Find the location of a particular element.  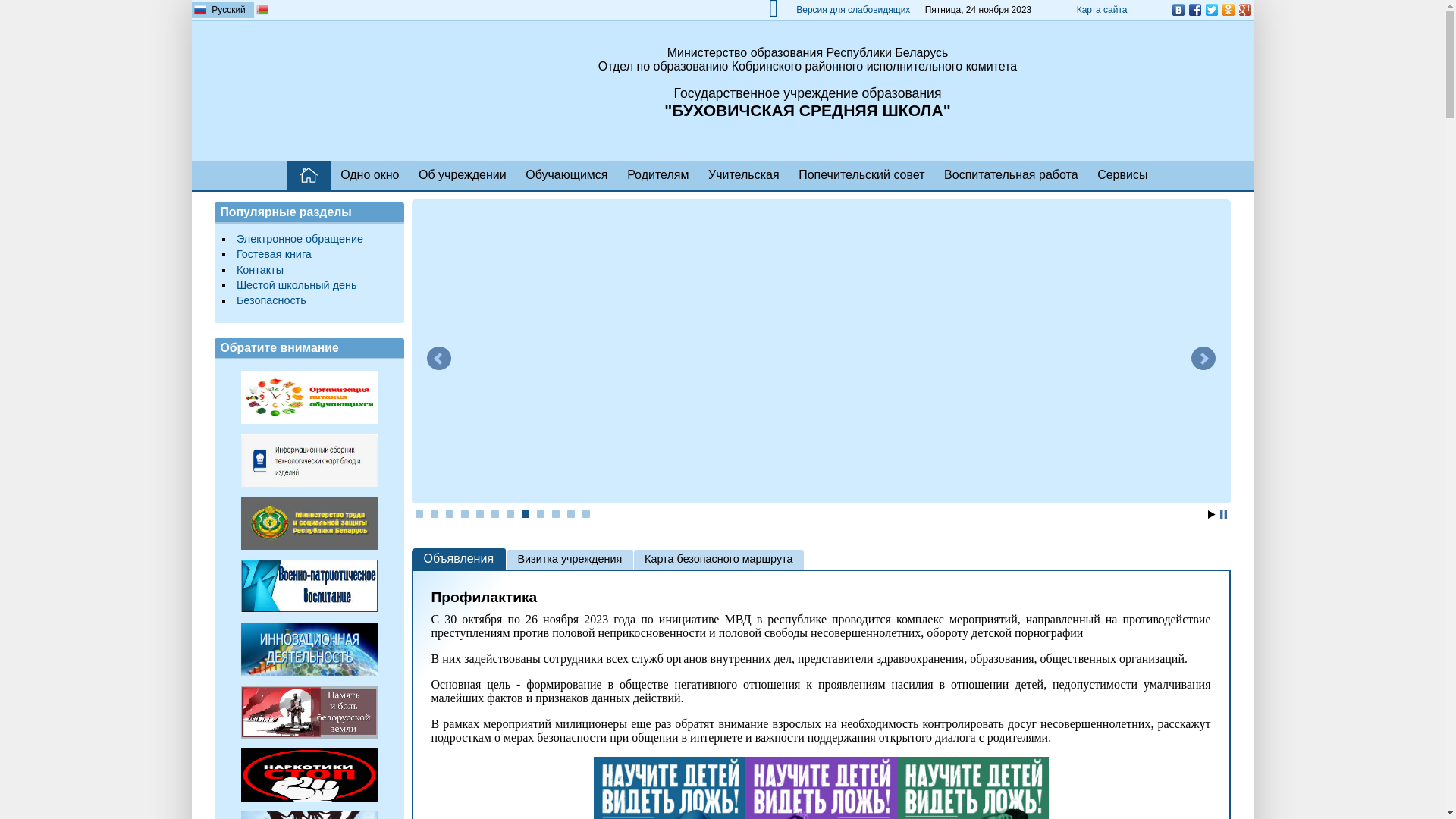

'Prev' is located at coordinates (437, 359).